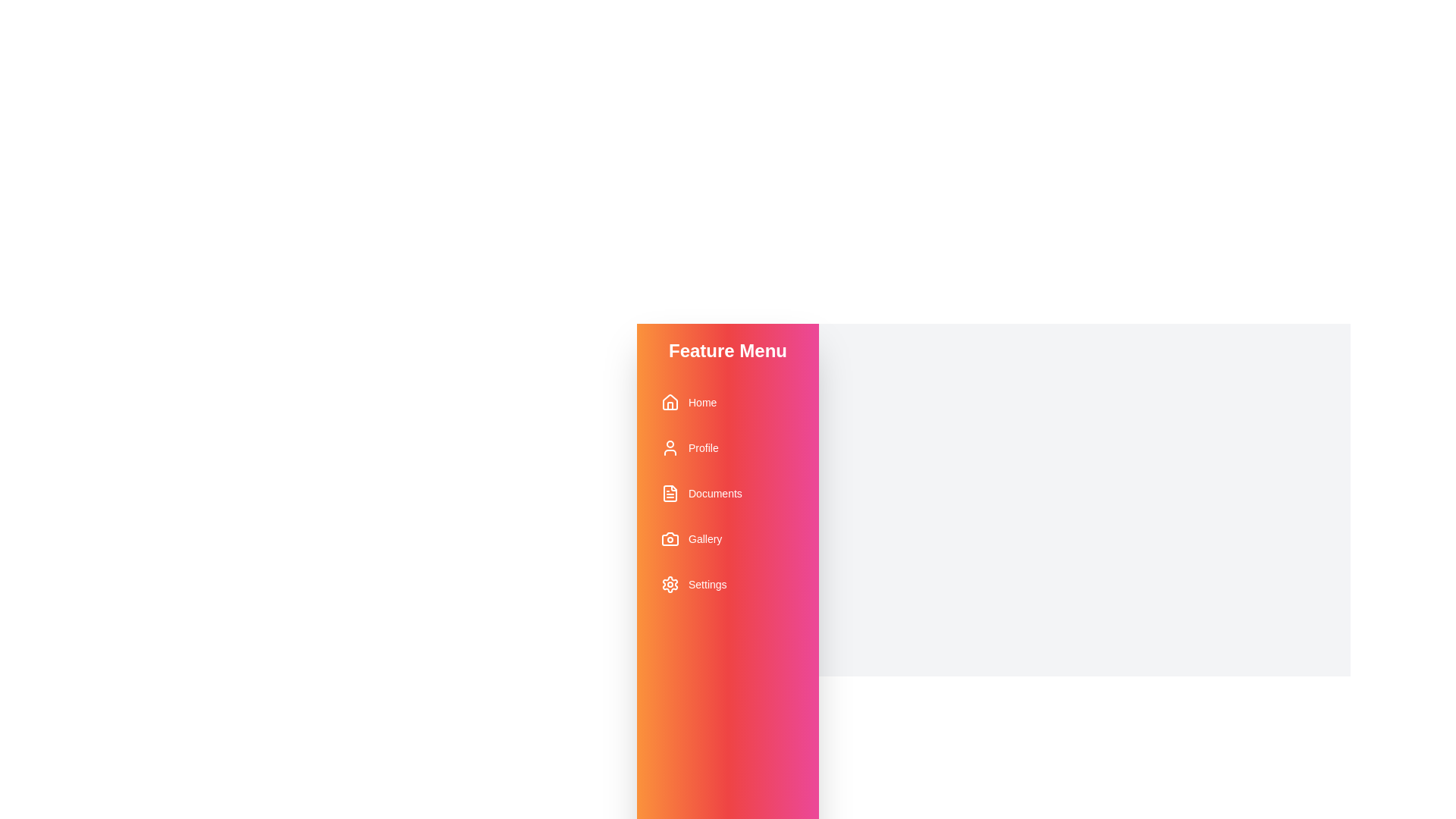 This screenshot has height=819, width=1456. I want to click on the menu item Profile to navigate, so click(728, 447).